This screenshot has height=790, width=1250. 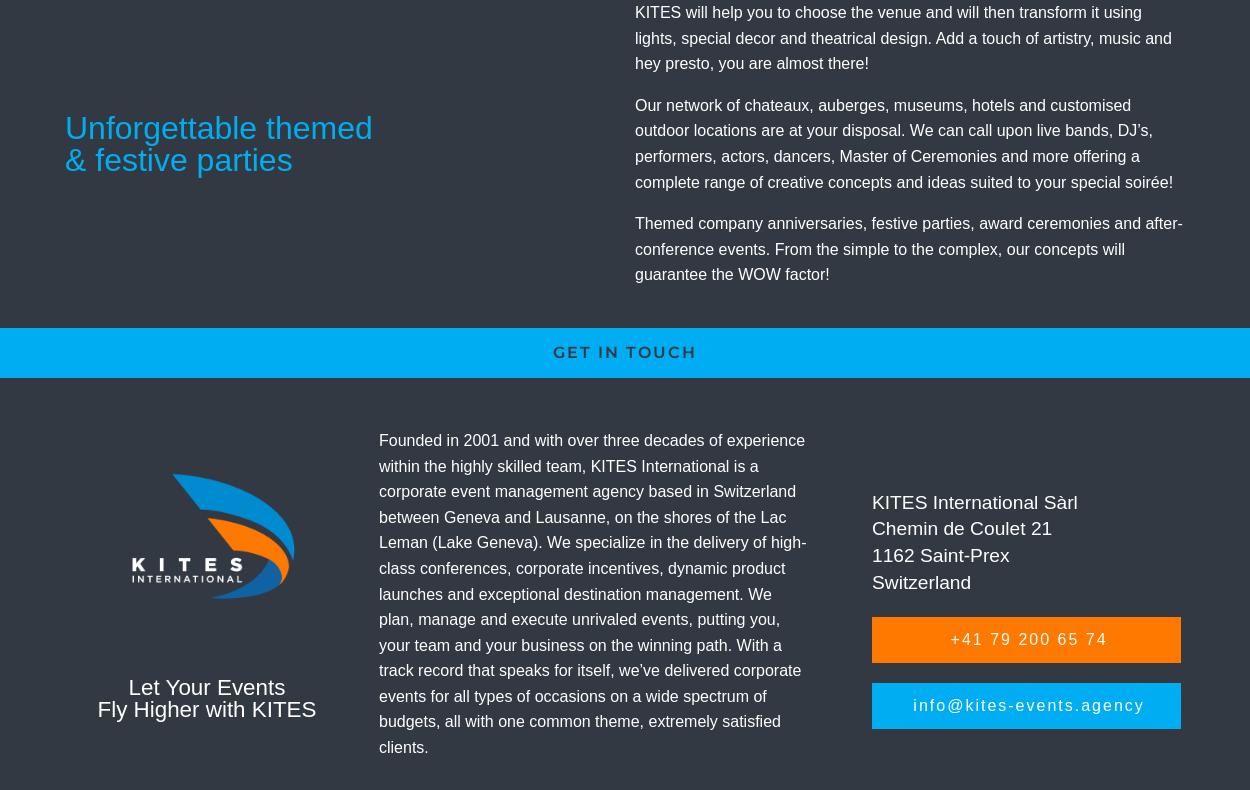 What do you see at coordinates (625, 352) in the screenshot?
I see `'Get in Touch'` at bounding box center [625, 352].